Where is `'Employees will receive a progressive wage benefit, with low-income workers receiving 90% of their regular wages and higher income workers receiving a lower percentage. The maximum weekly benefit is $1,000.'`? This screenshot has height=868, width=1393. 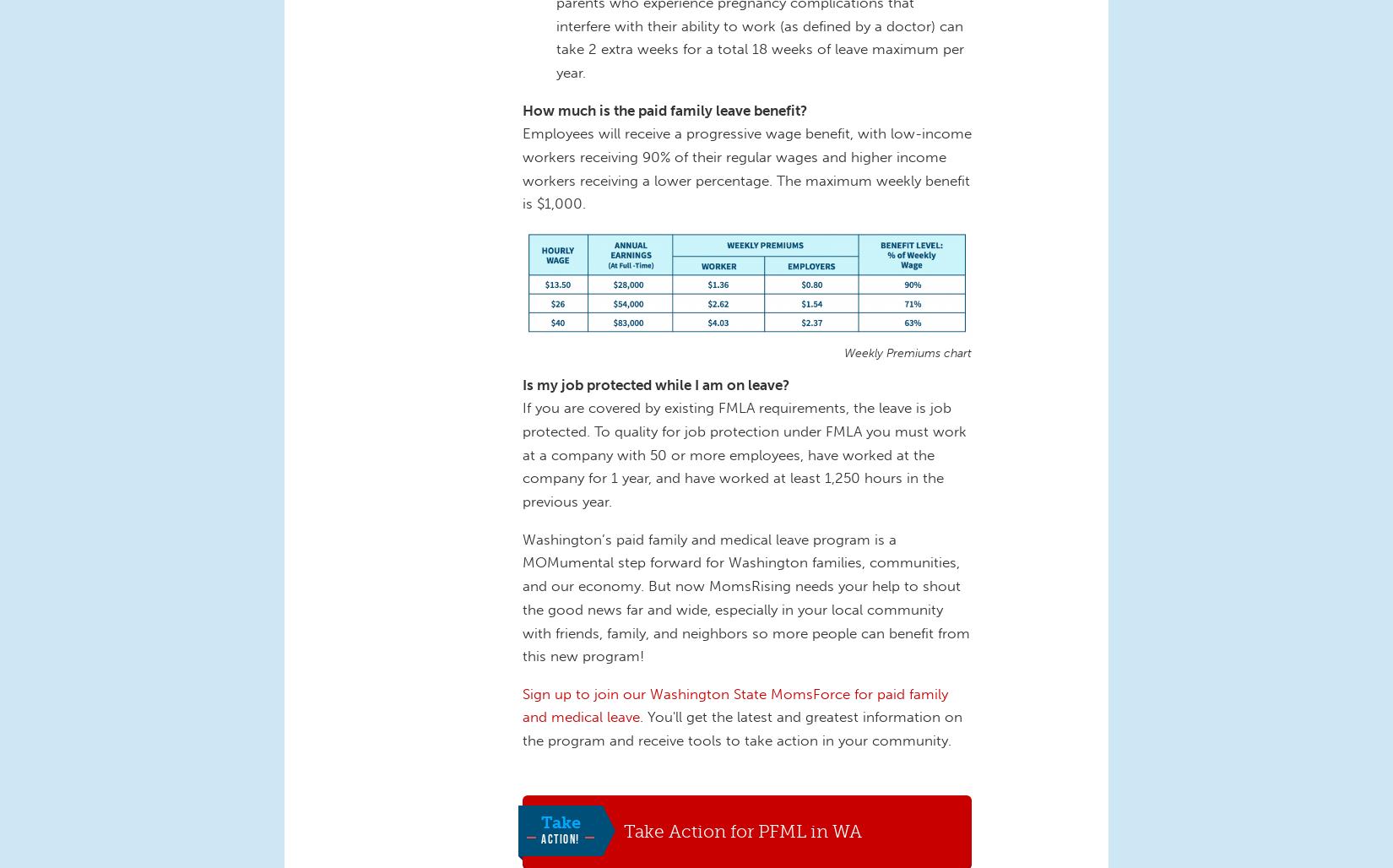
'Employees will receive a progressive wage benefit, with low-income workers receiving 90% of their regular wages and higher income workers receiving a lower percentage. The maximum weekly benefit is $1,000.' is located at coordinates (747, 167).